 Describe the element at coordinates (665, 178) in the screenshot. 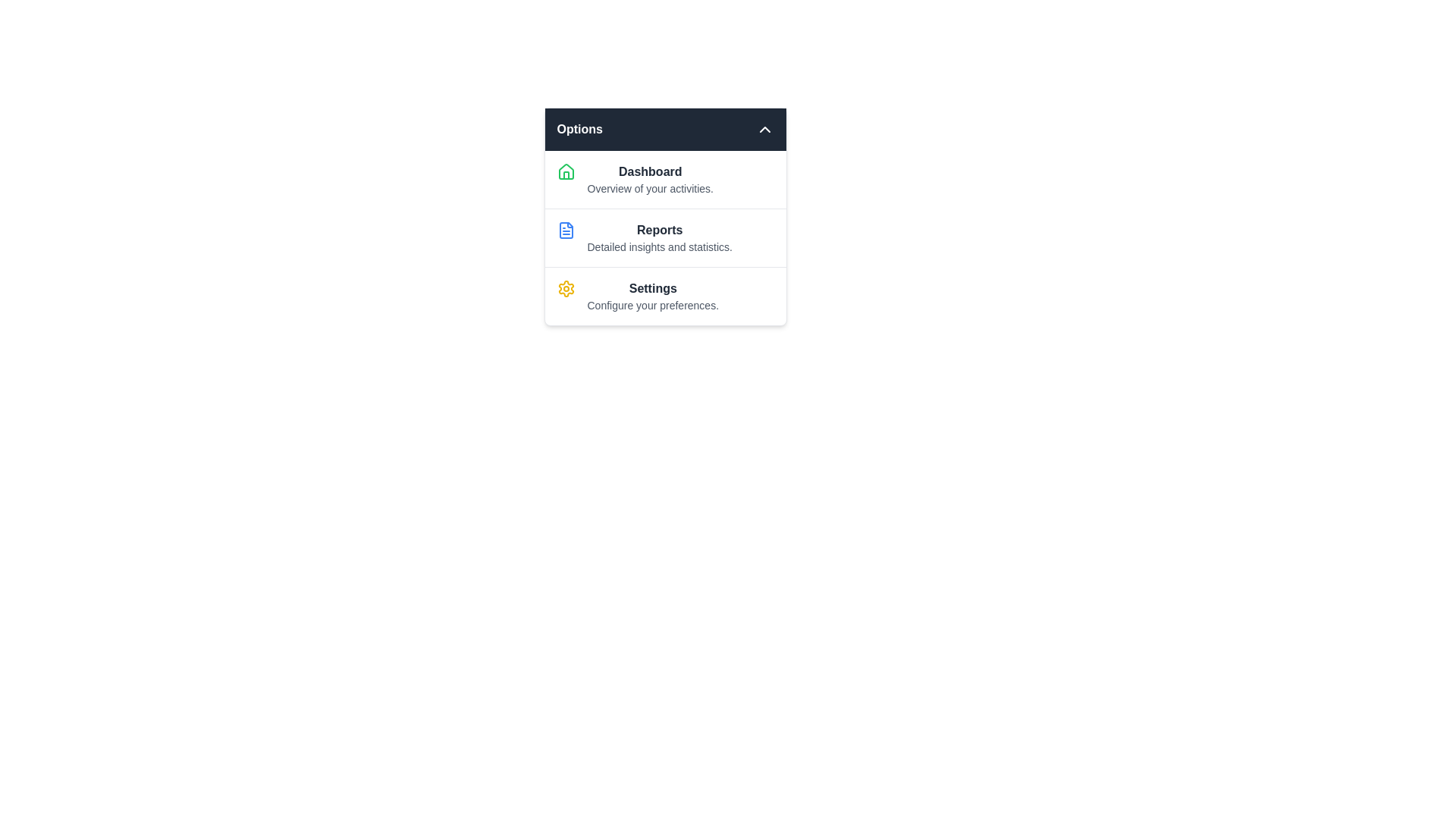

I see `the Navigation link located at the top of the 'Options' menu` at that location.